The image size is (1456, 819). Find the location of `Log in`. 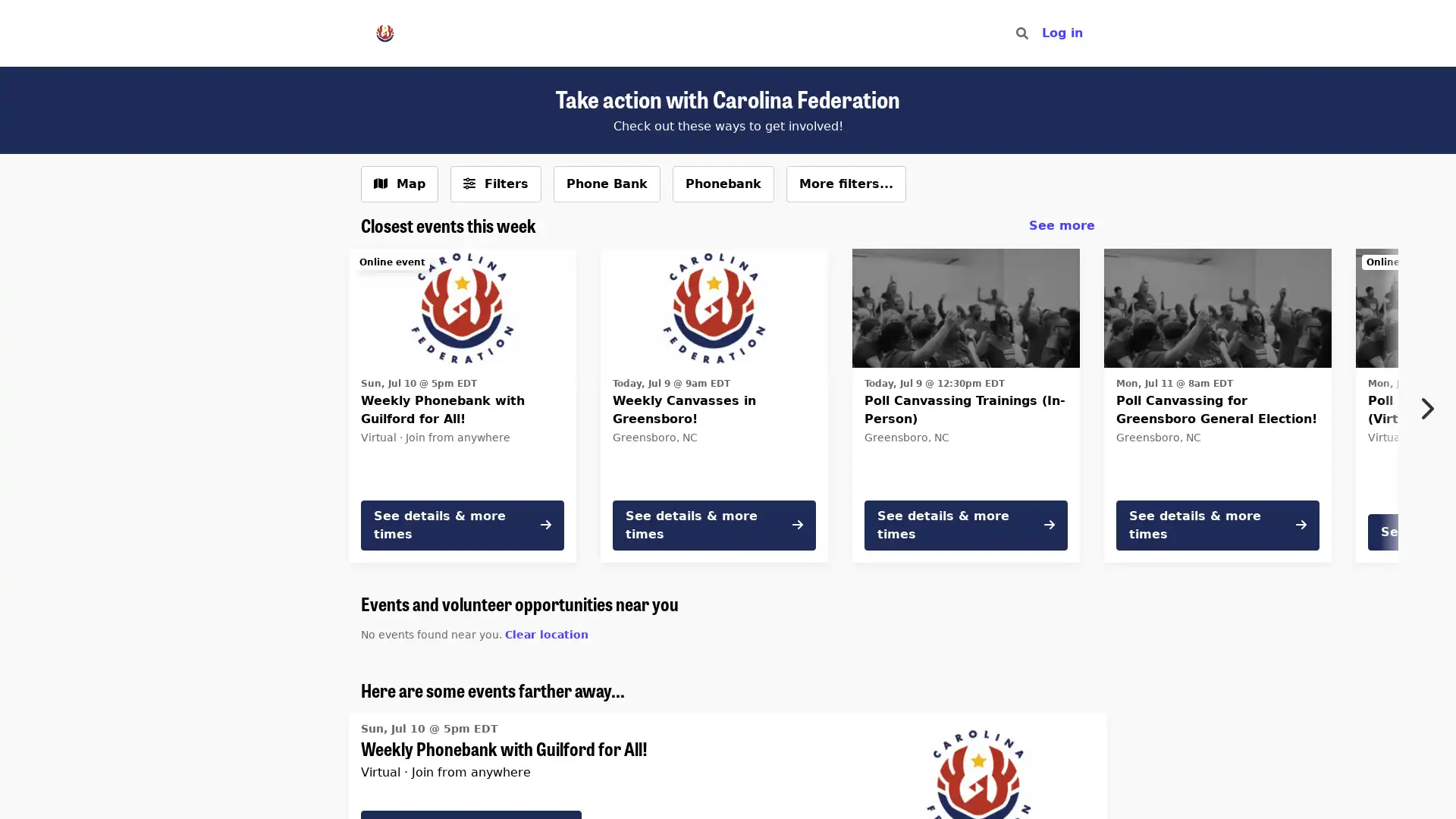

Log in is located at coordinates (1062, 33).